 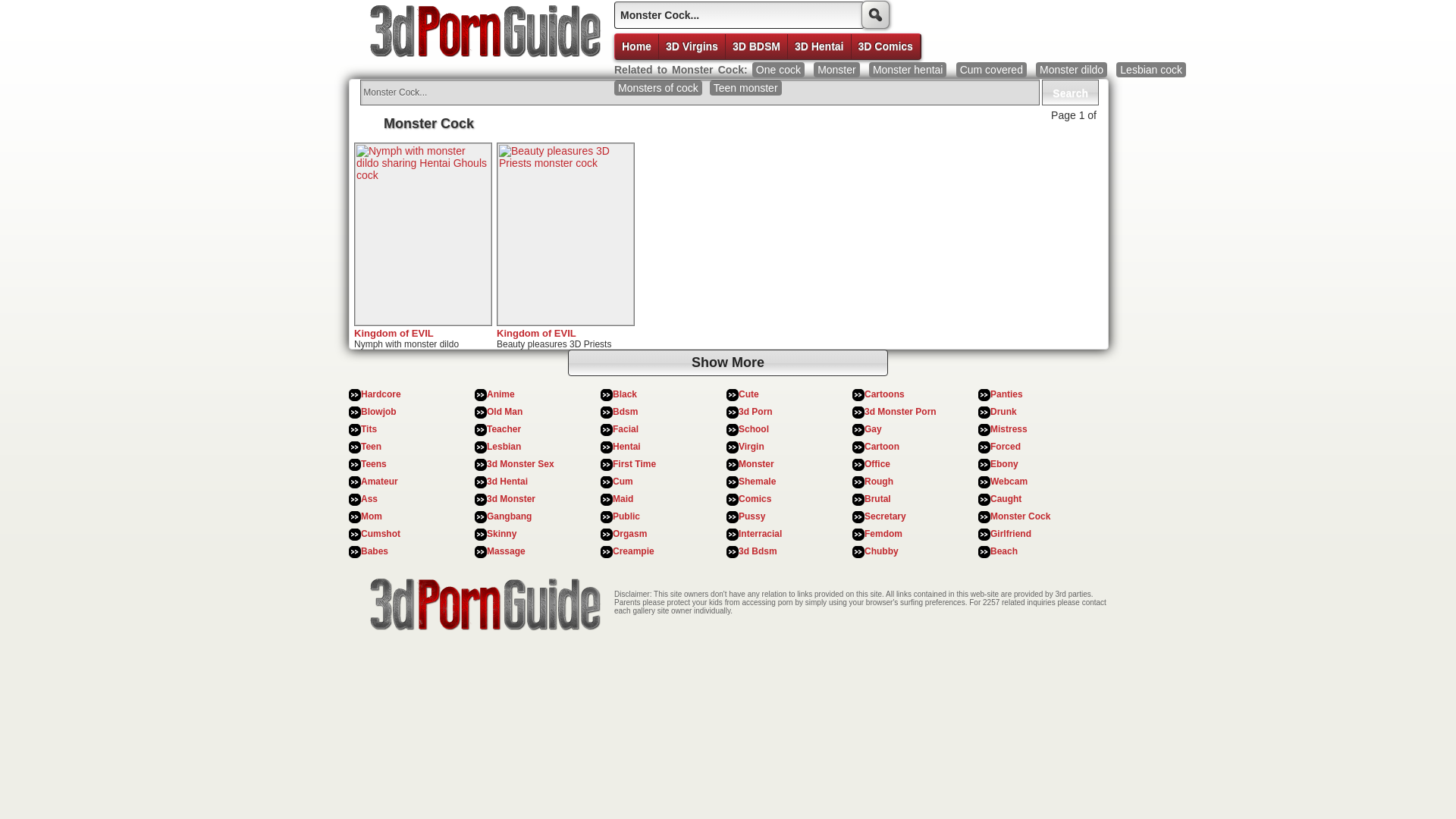 I want to click on 'School', so click(x=753, y=429).